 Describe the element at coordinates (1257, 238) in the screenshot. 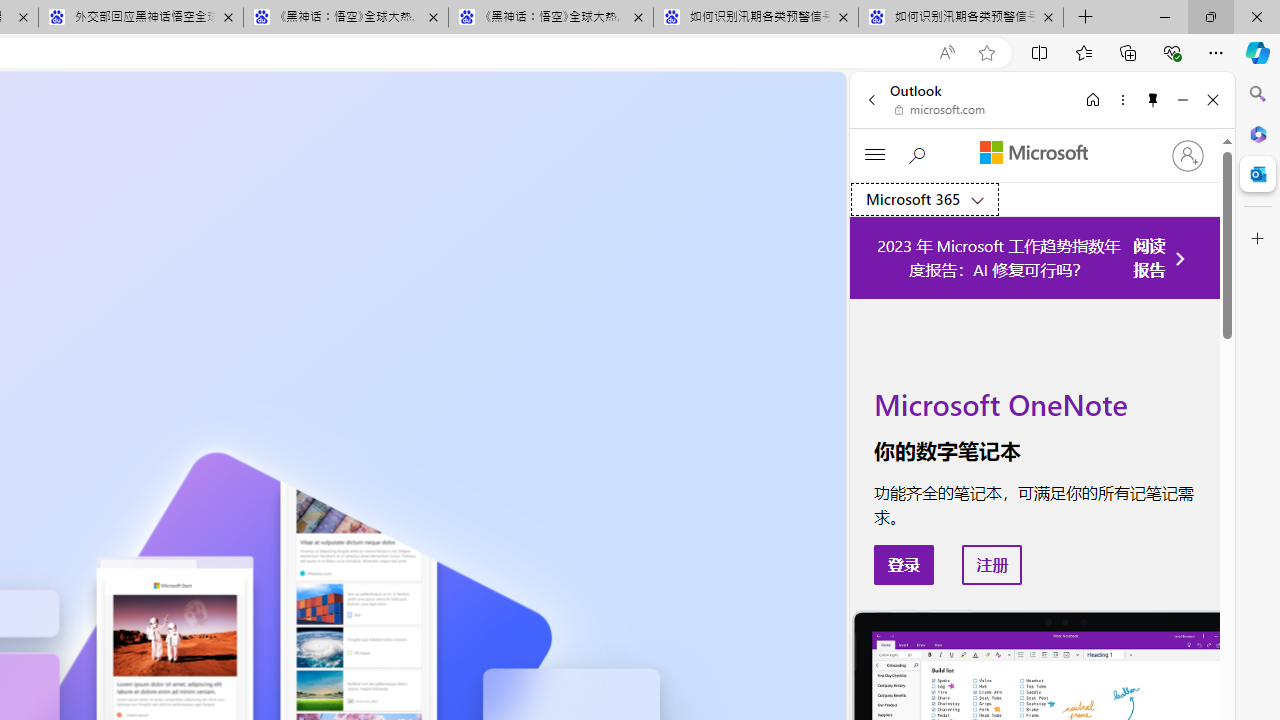

I see `'Customize'` at that location.